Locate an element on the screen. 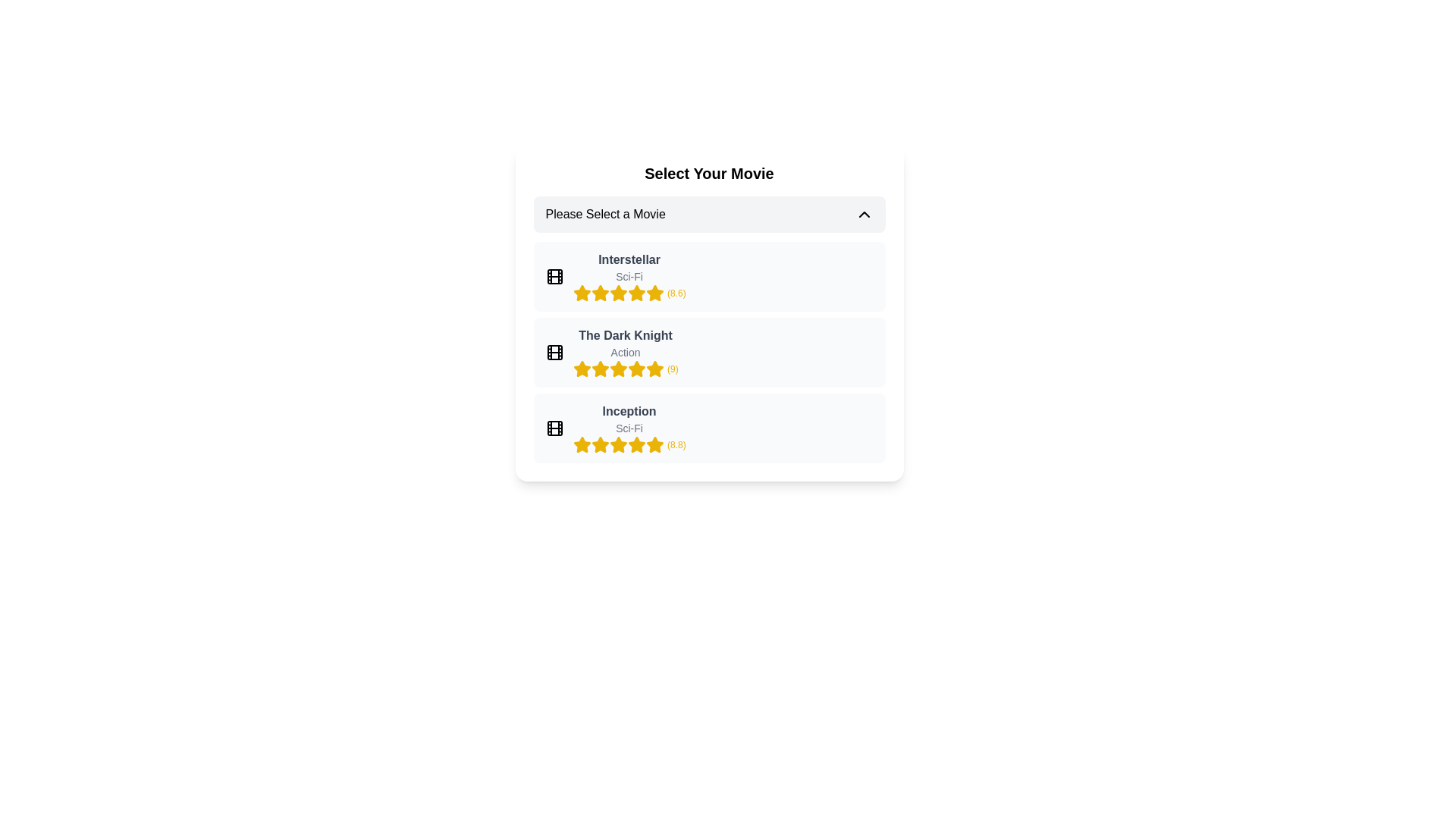  the small text component displaying '(9)', which is located immediately to the right of the yellow stars in the second movie rating row titled 'The Dark Knight' is located at coordinates (672, 369).